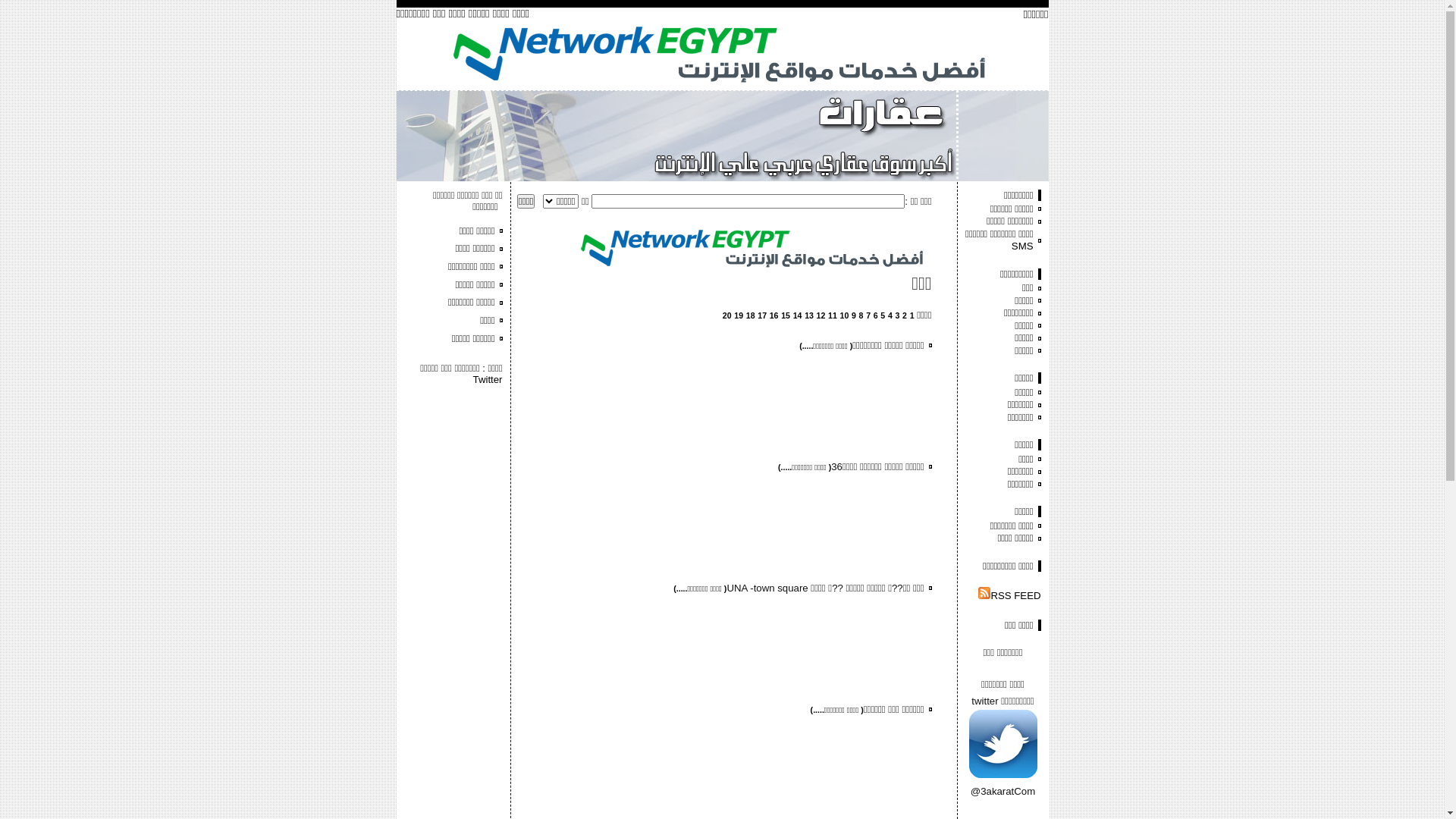 The height and width of the screenshot is (819, 1456). I want to click on '15', so click(786, 315).